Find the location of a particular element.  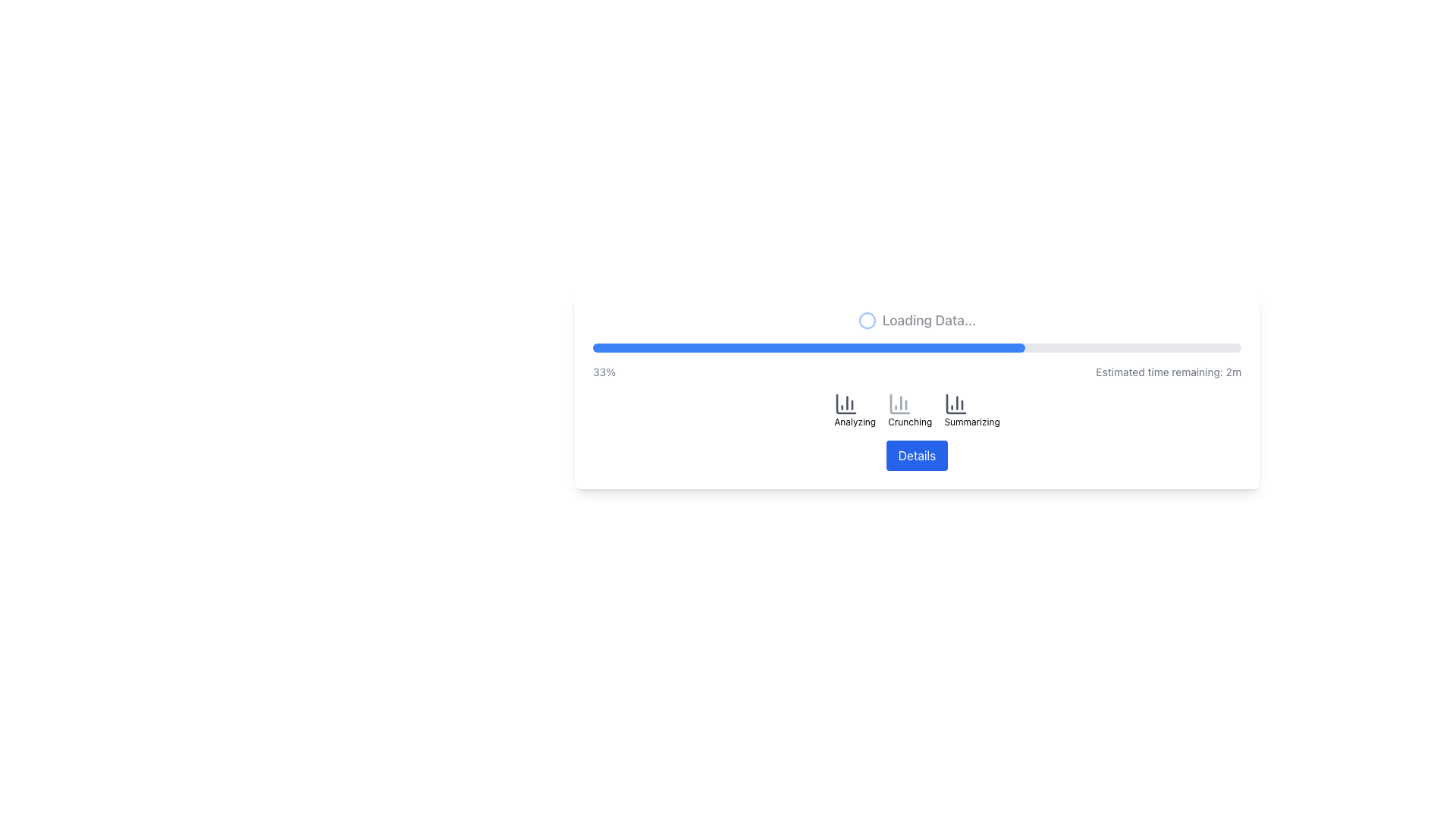

the dark gray bar chart icon located above the 'Summarizing' label for interaction is located at coordinates (955, 403).